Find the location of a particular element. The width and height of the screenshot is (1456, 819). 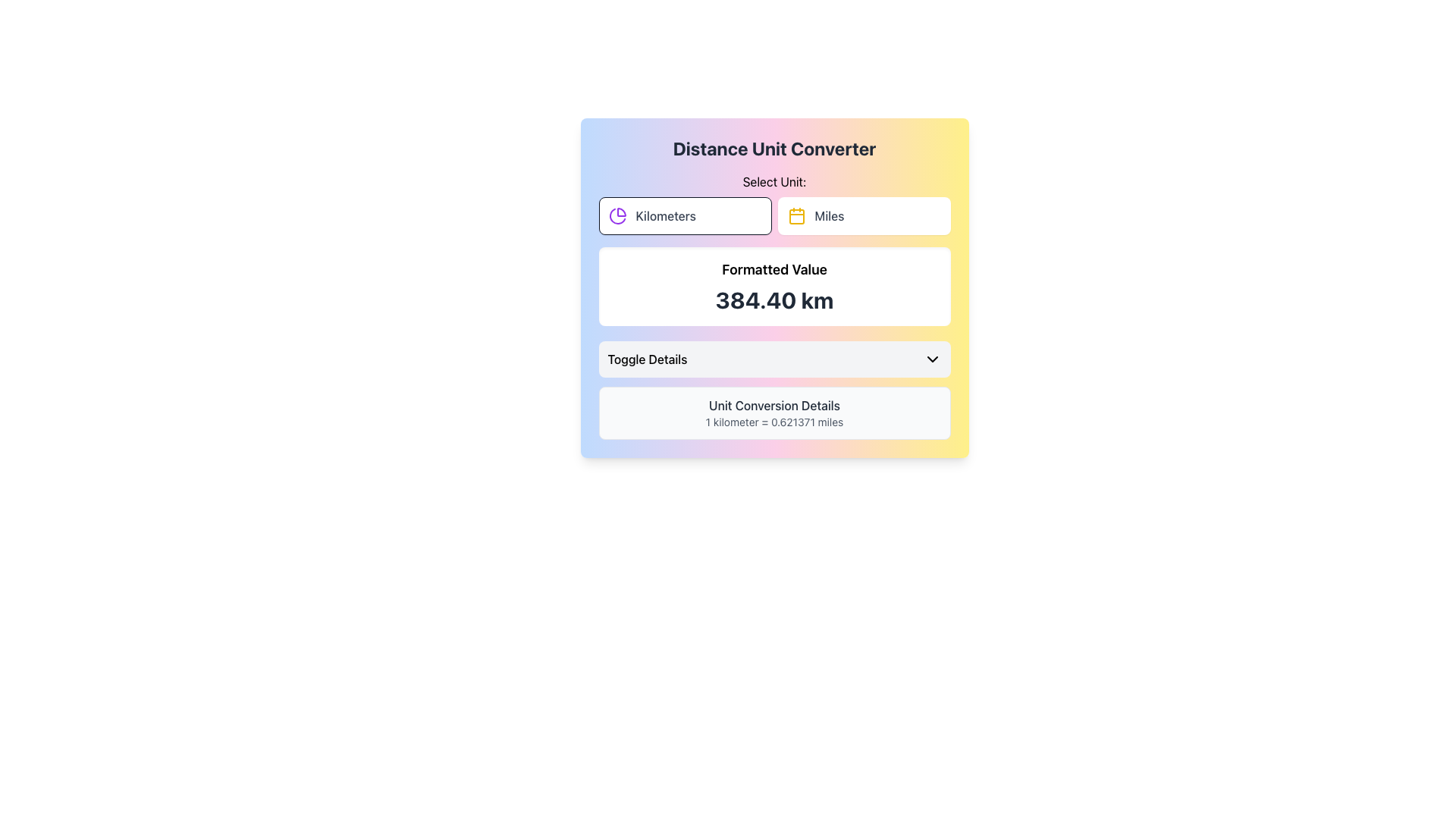

the decorative icon representing the 'Kilometers' option, located to the left of the 'Kilometers' button in the top-left section of the unit converter interface is located at coordinates (621, 212).